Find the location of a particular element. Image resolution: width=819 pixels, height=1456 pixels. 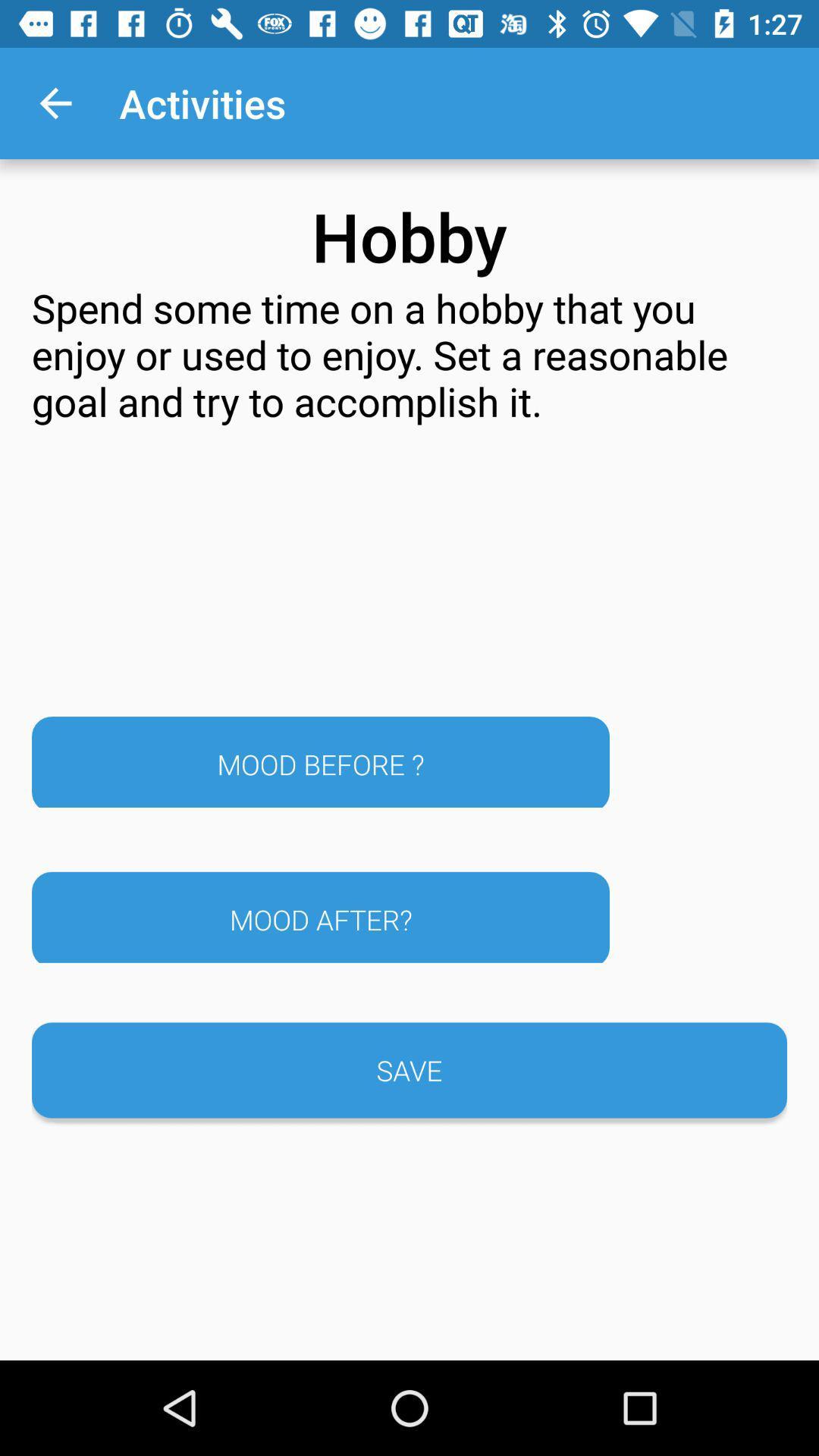

the app above the spend some time icon is located at coordinates (55, 102).